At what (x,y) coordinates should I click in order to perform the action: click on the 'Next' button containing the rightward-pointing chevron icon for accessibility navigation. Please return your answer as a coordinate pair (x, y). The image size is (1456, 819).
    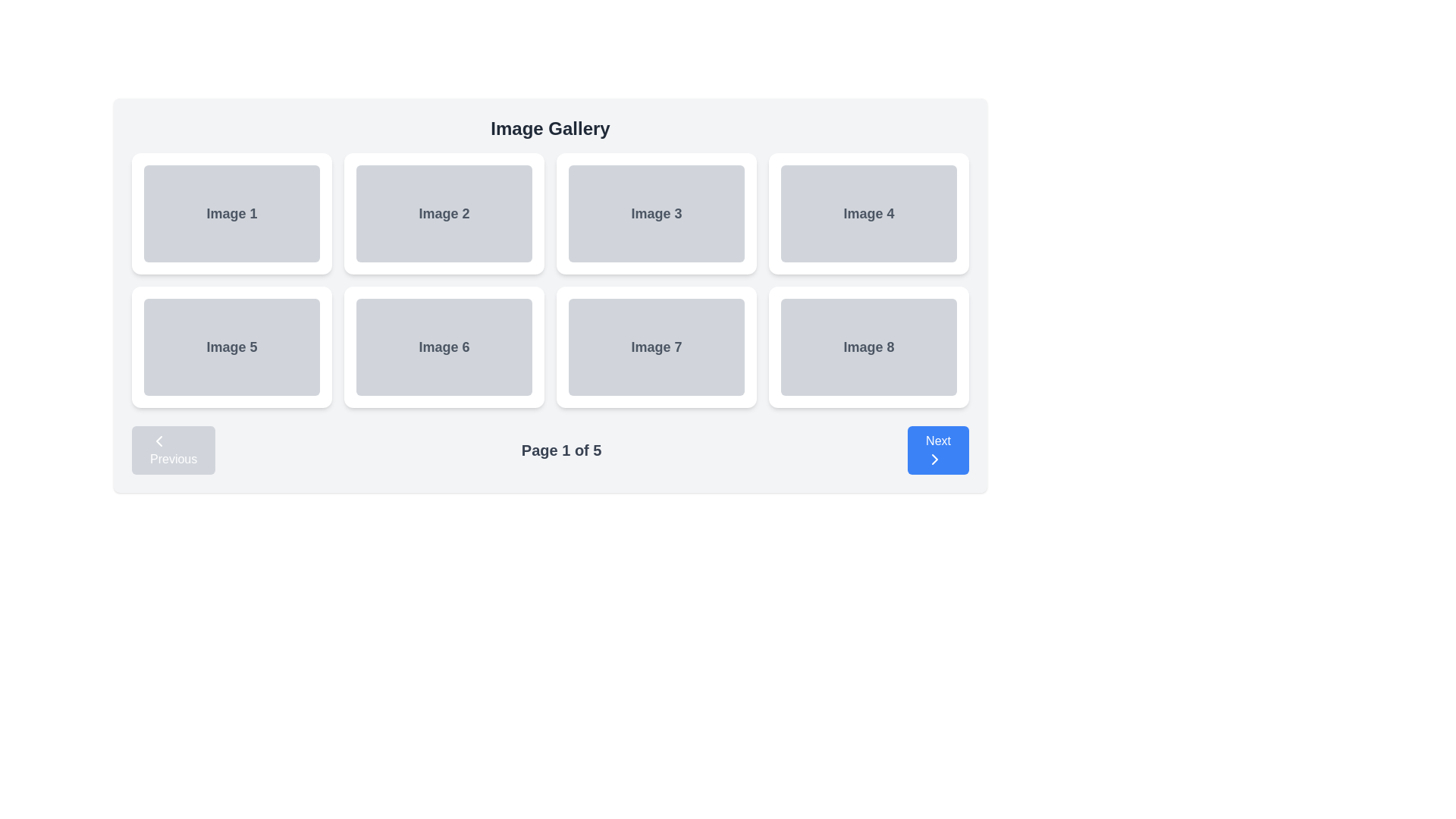
    Looking at the image, I should click on (934, 458).